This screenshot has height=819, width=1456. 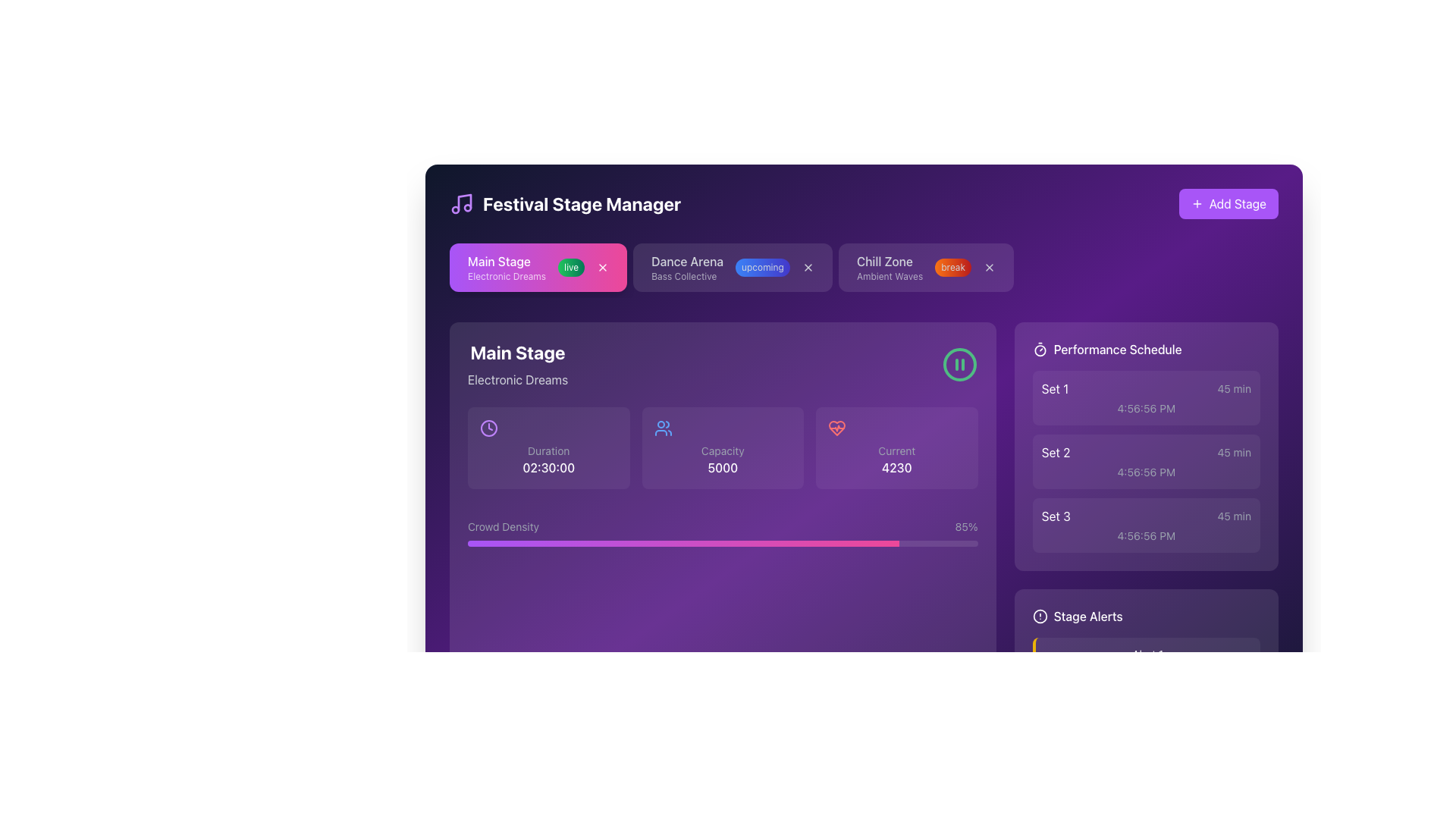 I want to click on the title 'Chill Zone' or the badge labeled 'break' on the interactive card located in the top row, third card from the left, so click(x=925, y=267).